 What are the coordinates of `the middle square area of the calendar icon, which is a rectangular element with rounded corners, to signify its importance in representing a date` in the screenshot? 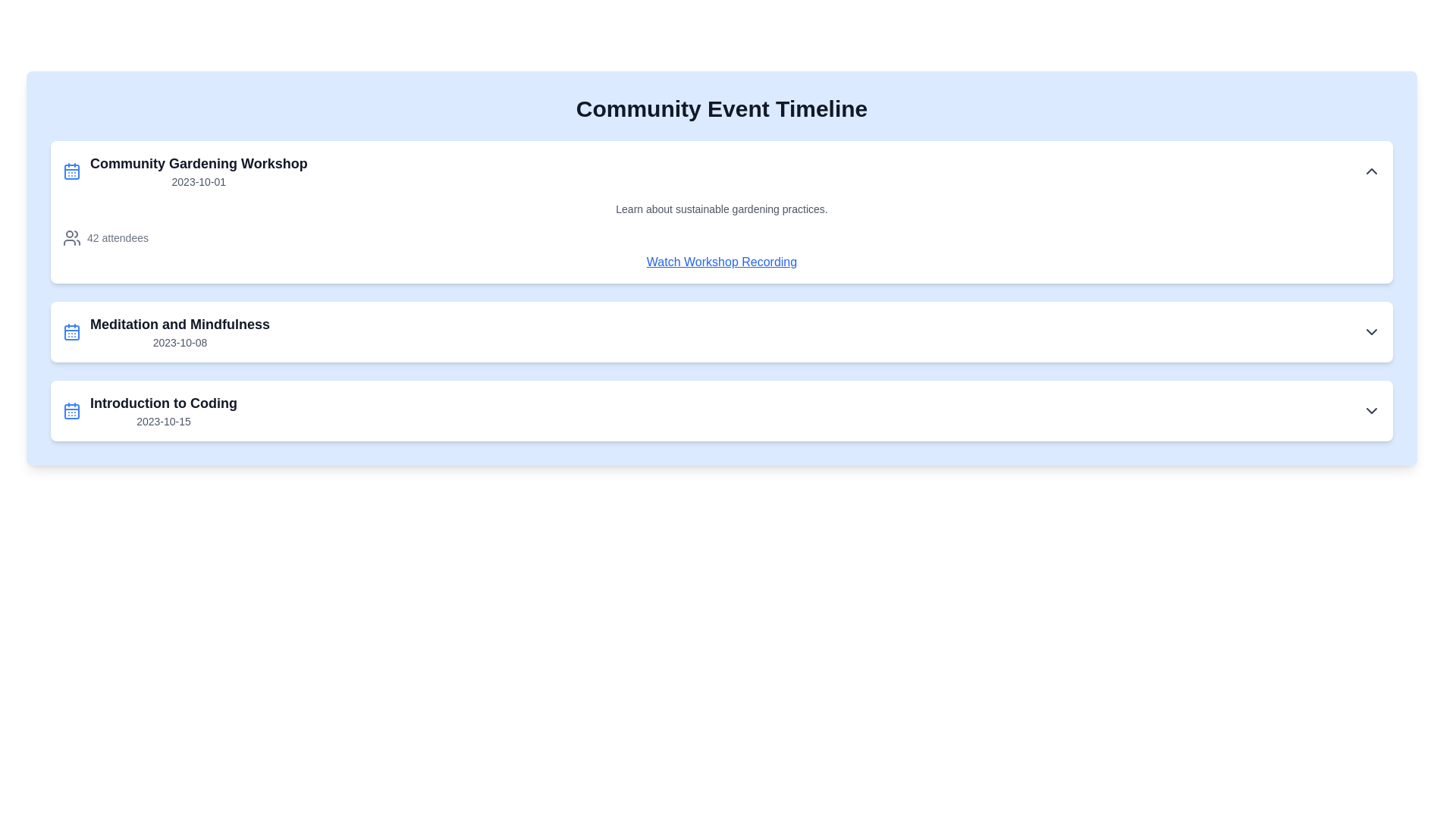 It's located at (71, 412).